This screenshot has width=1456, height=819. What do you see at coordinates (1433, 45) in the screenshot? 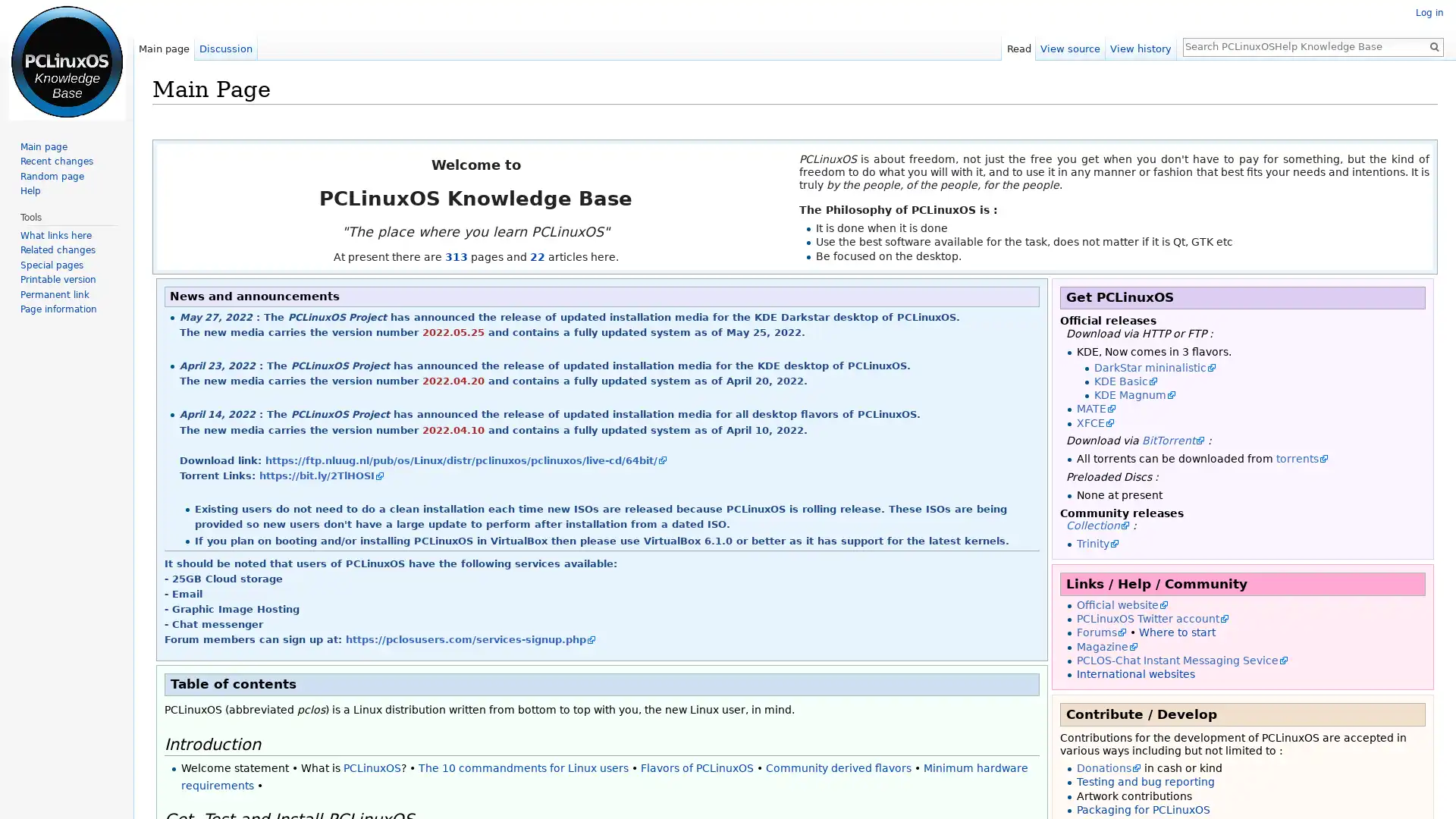
I see `Go` at bounding box center [1433, 45].